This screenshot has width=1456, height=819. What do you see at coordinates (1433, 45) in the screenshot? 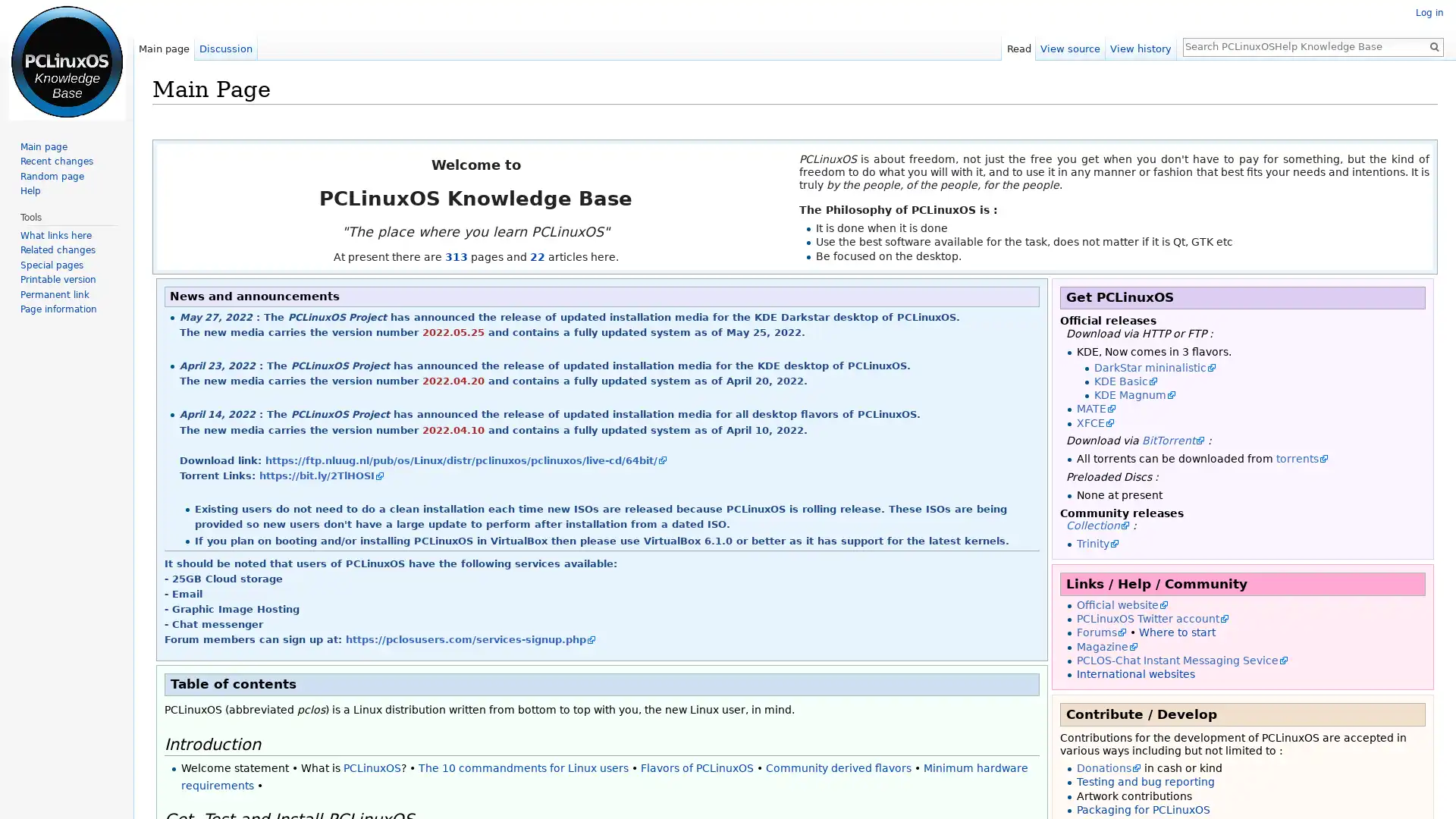
I see `Go` at bounding box center [1433, 45].